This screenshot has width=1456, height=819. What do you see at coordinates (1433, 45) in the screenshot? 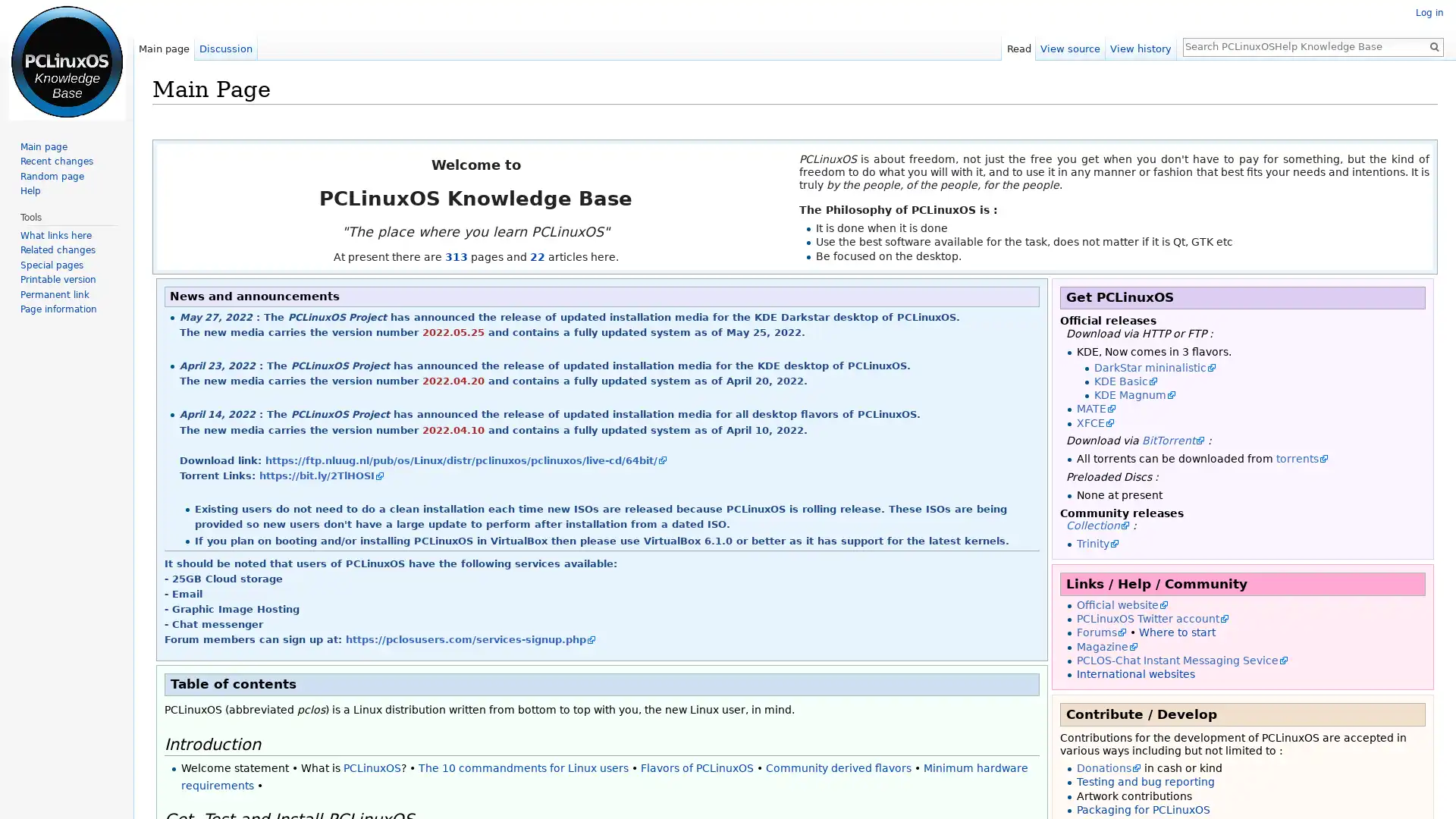
I see `Go` at bounding box center [1433, 45].